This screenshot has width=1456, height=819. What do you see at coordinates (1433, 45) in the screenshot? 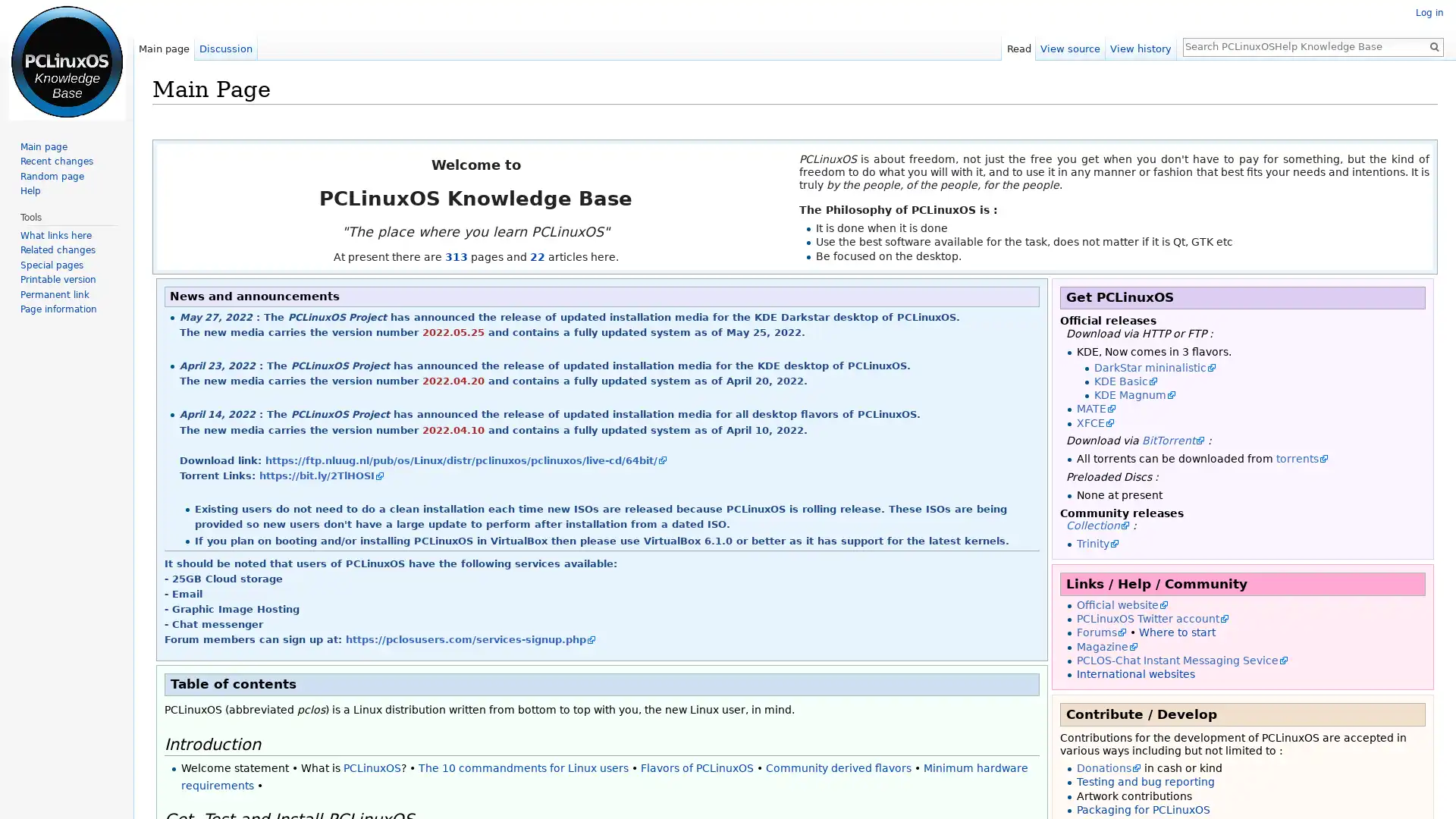
I see `Go` at bounding box center [1433, 45].